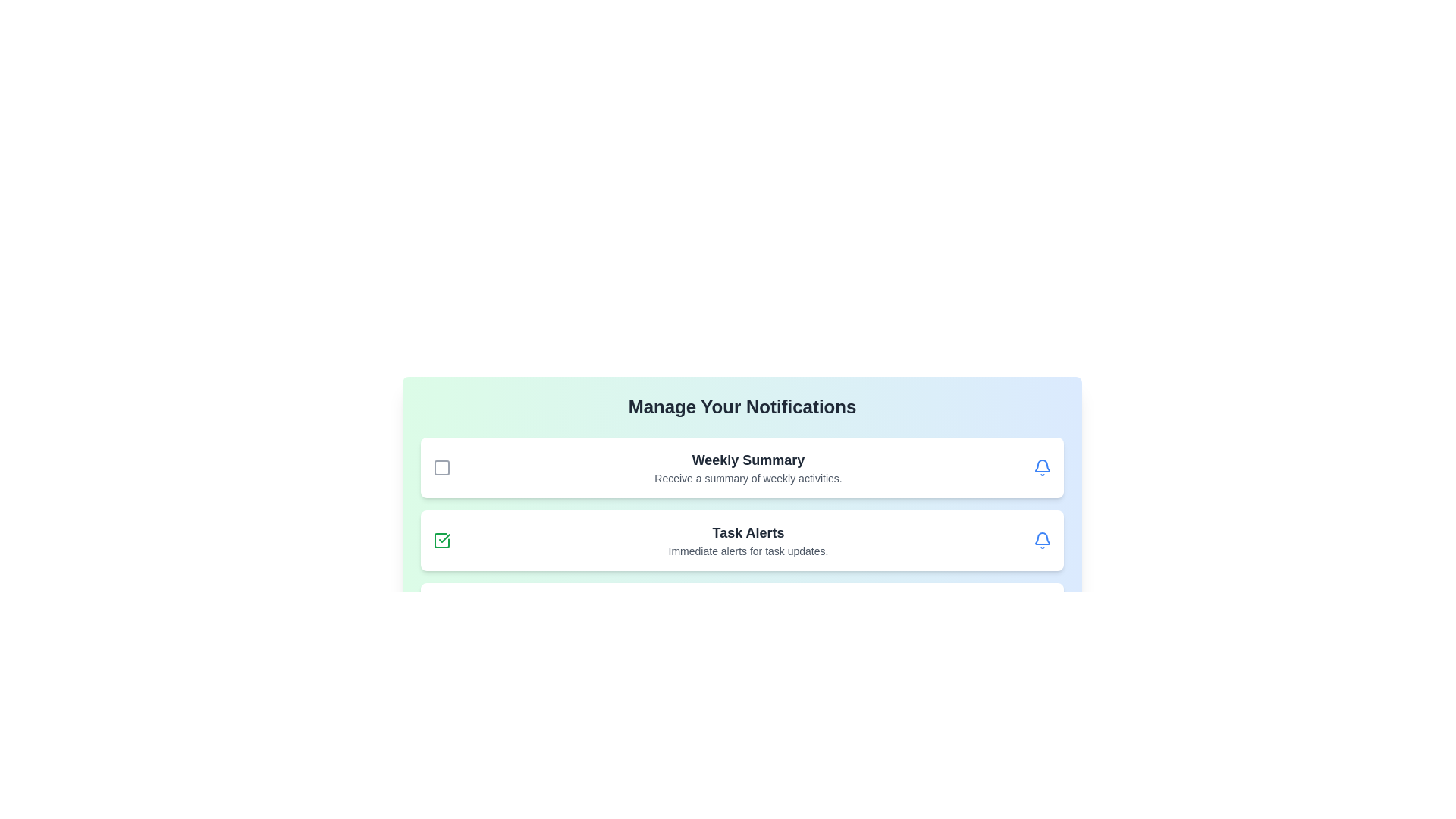 This screenshot has width=1456, height=819. What do you see at coordinates (748, 532) in the screenshot?
I see `the 'Task Alerts' label, which is a bold and large text header colored in dark gray, located at the center of the notification preferences section` at bounding box center [748, 532].